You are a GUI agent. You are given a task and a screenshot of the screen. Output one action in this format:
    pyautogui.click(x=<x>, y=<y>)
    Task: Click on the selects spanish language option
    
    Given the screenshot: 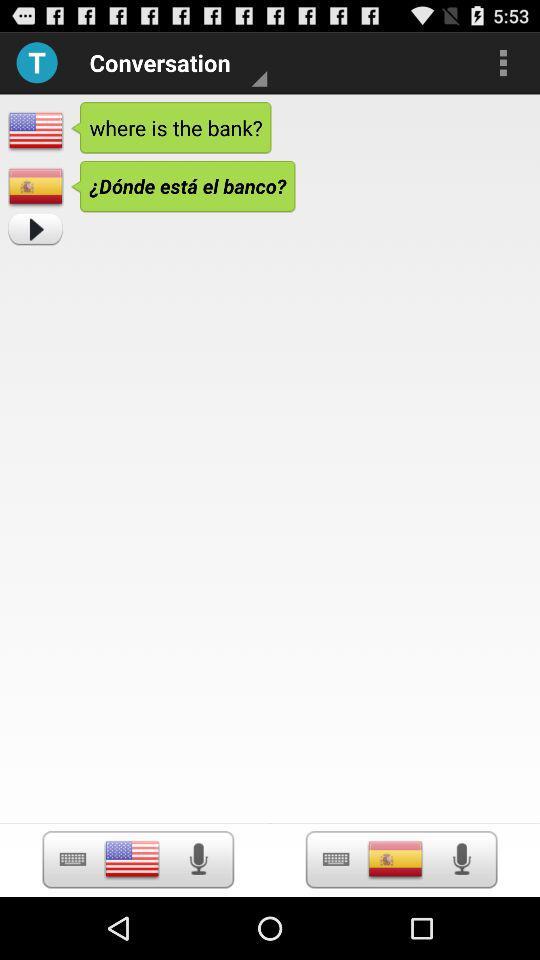 What is the action you would take?
    pyautogui.click(x=336, y=858)
    